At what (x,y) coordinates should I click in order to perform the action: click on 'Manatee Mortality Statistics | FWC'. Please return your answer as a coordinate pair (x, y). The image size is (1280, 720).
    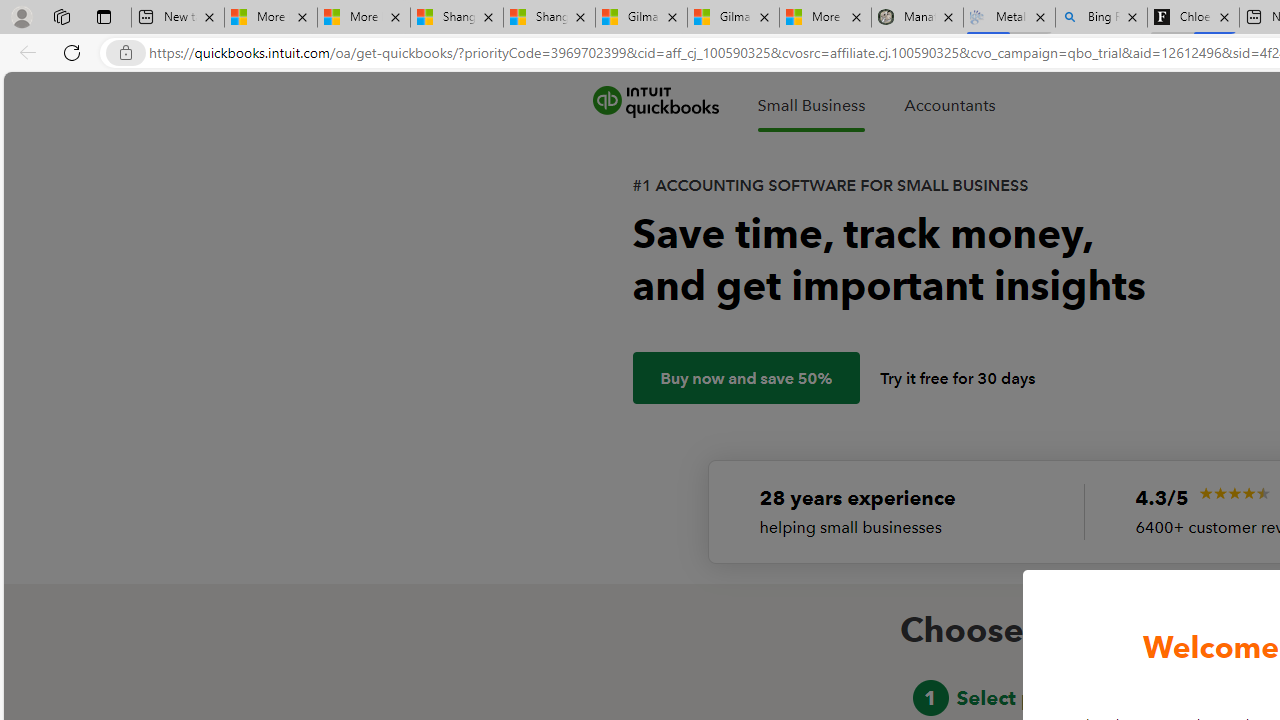
    Looking at the image, I should click on (916, 17).